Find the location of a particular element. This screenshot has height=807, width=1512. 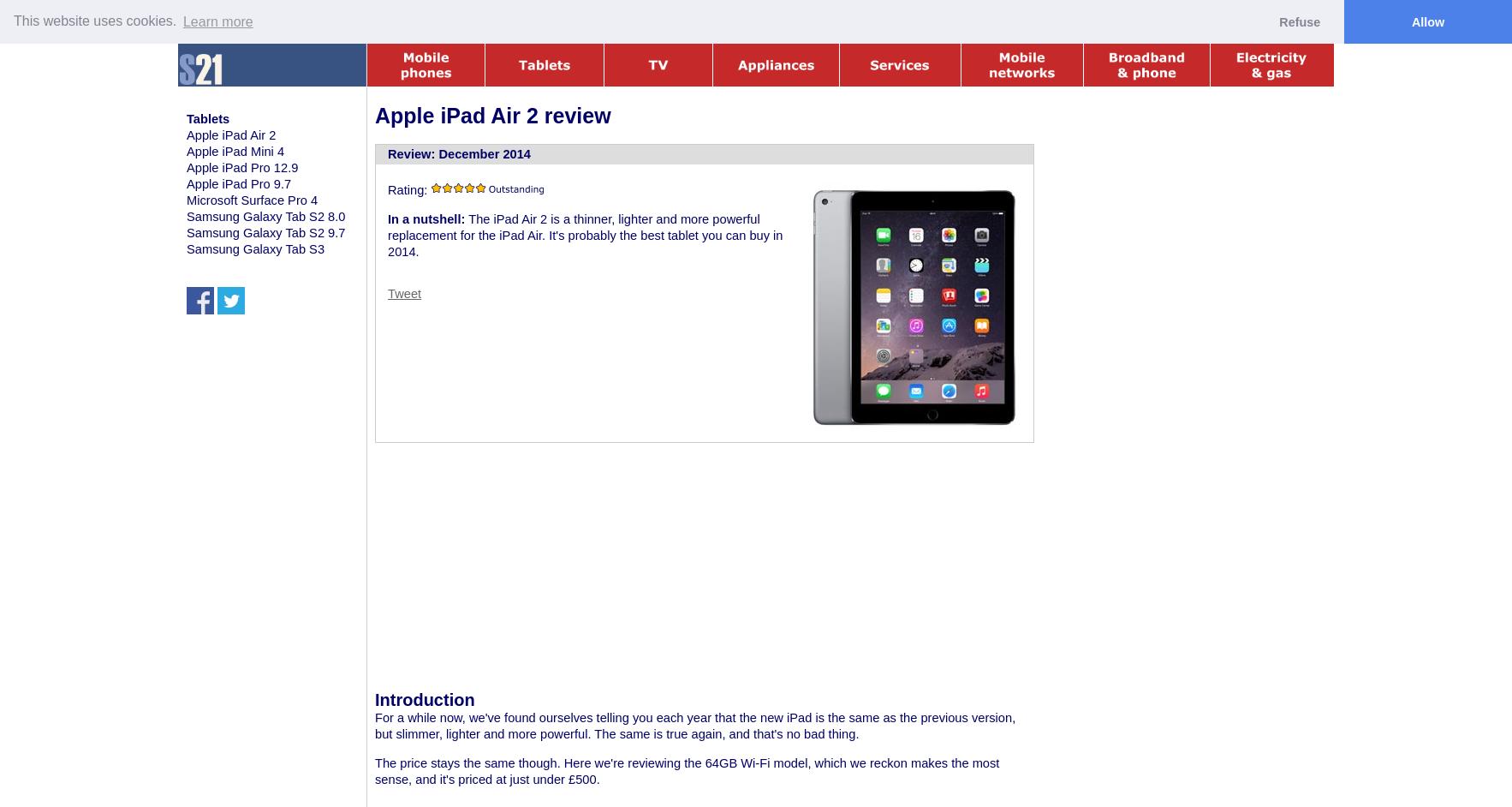

'Apple iPad Mini 4' is located at coordinates (234, 149).